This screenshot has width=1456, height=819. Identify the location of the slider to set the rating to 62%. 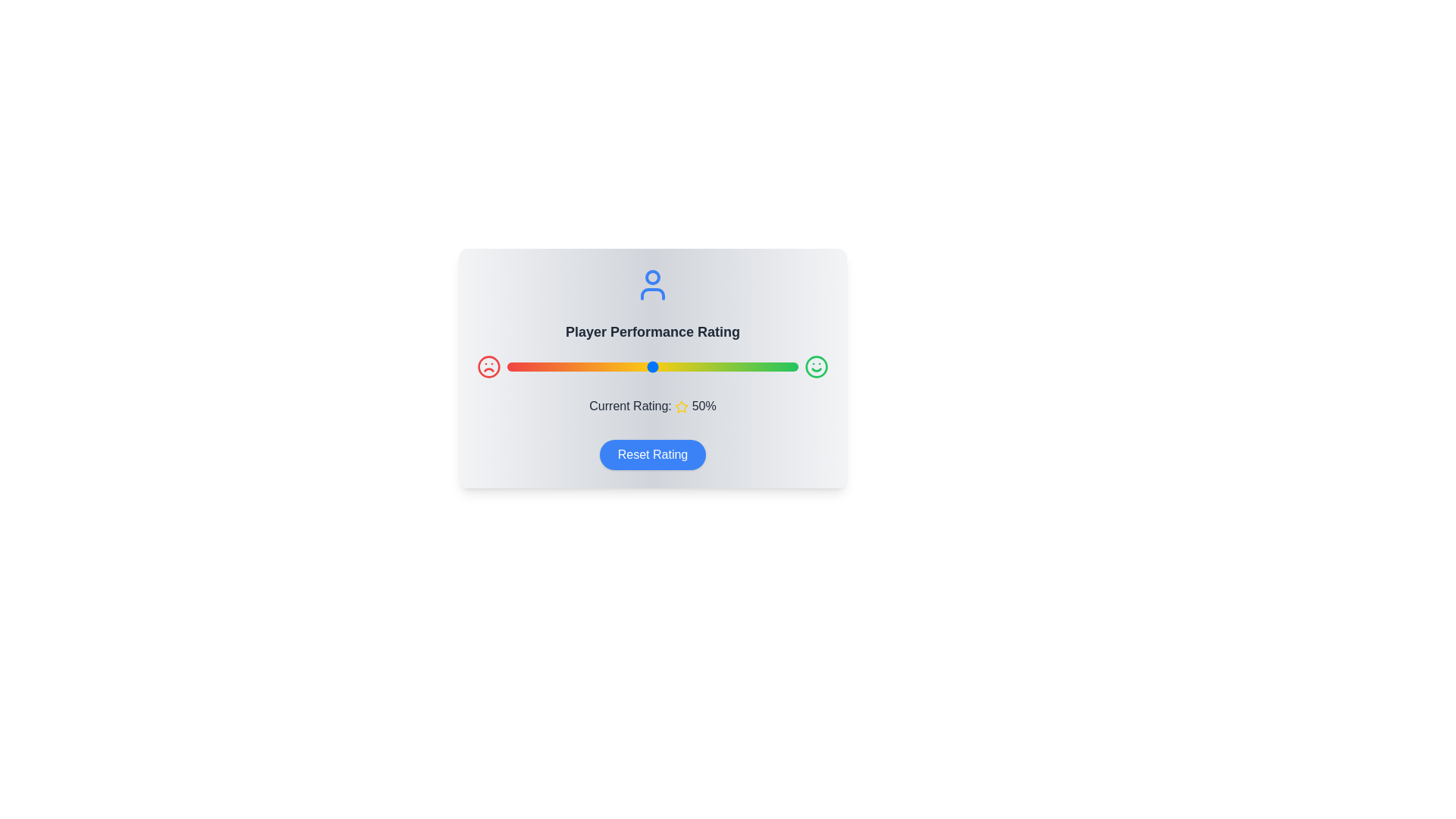
(687, 366).